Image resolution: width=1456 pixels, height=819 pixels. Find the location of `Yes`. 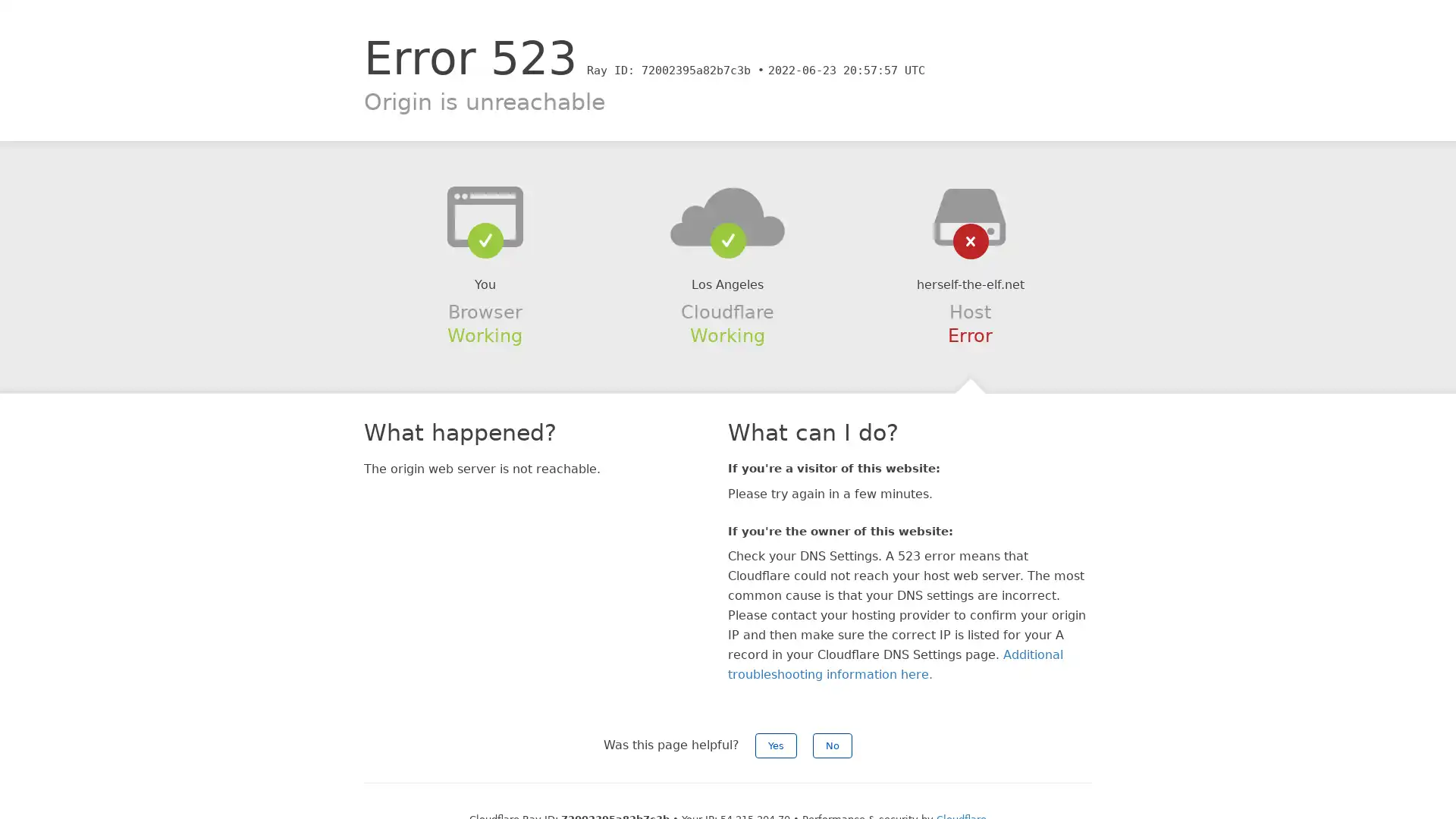

Yes is located at coordinates (776, 745).